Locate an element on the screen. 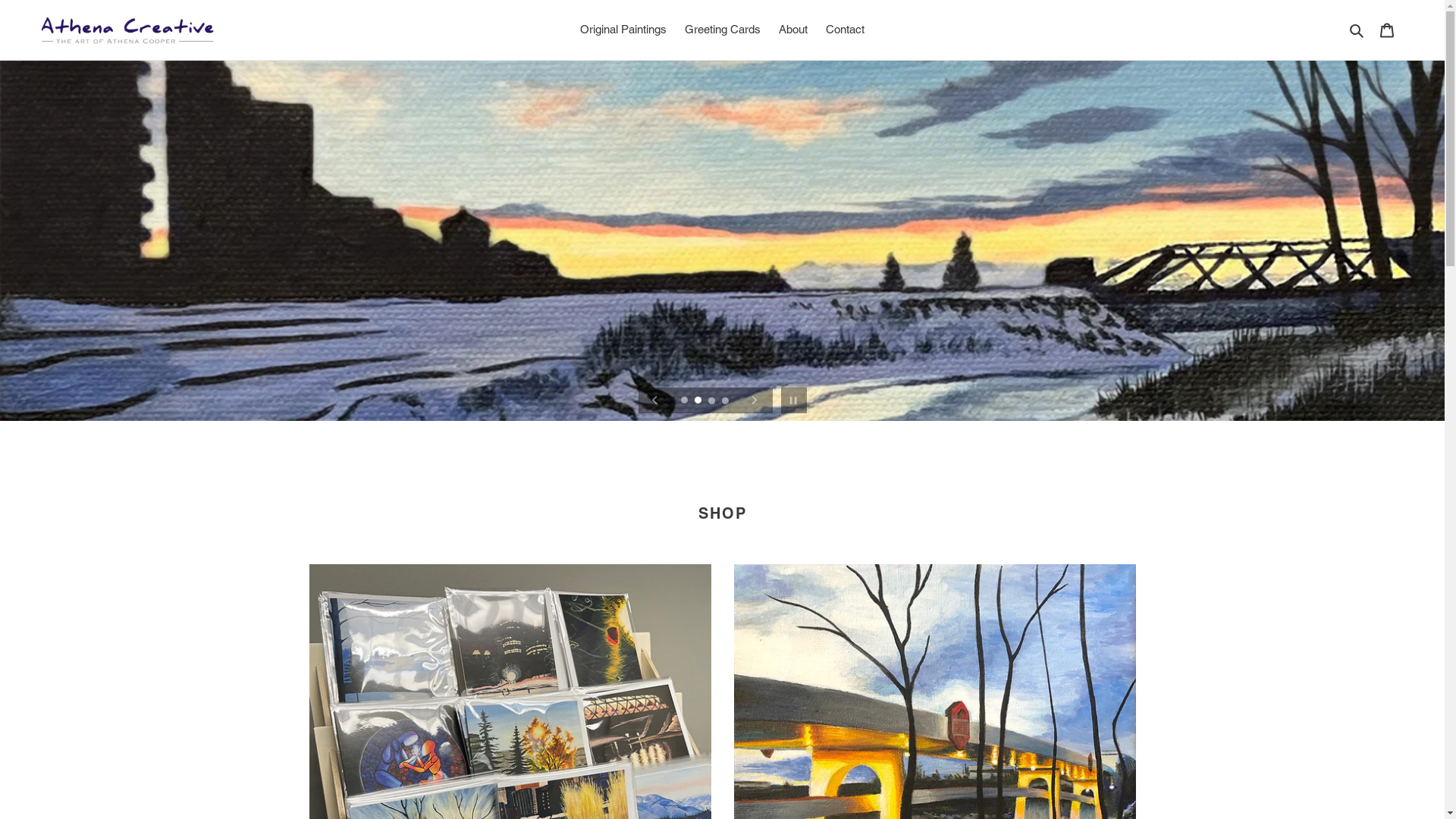 The image size is (1456, 819). 'Search' is located at coordinates (1357, 30).